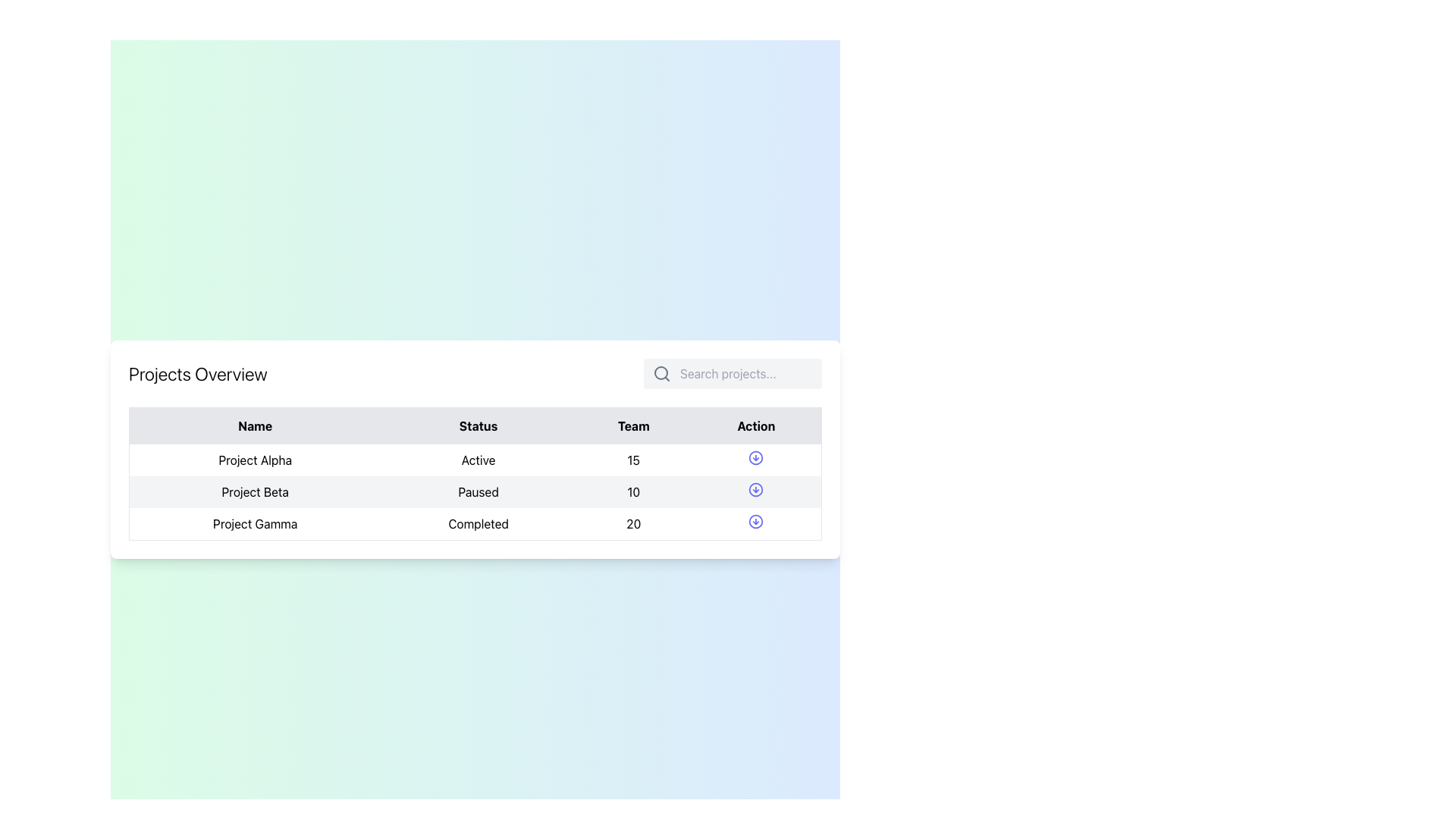 This screenshot has height=819, width=1456. What do you see at coordinates (255, 491) in the screenshot?
I see `the text label displaying 'Project Beta' in the second row of the 'Name' column of the table under 'Projects Overview'` at bounding box center [255, 491].